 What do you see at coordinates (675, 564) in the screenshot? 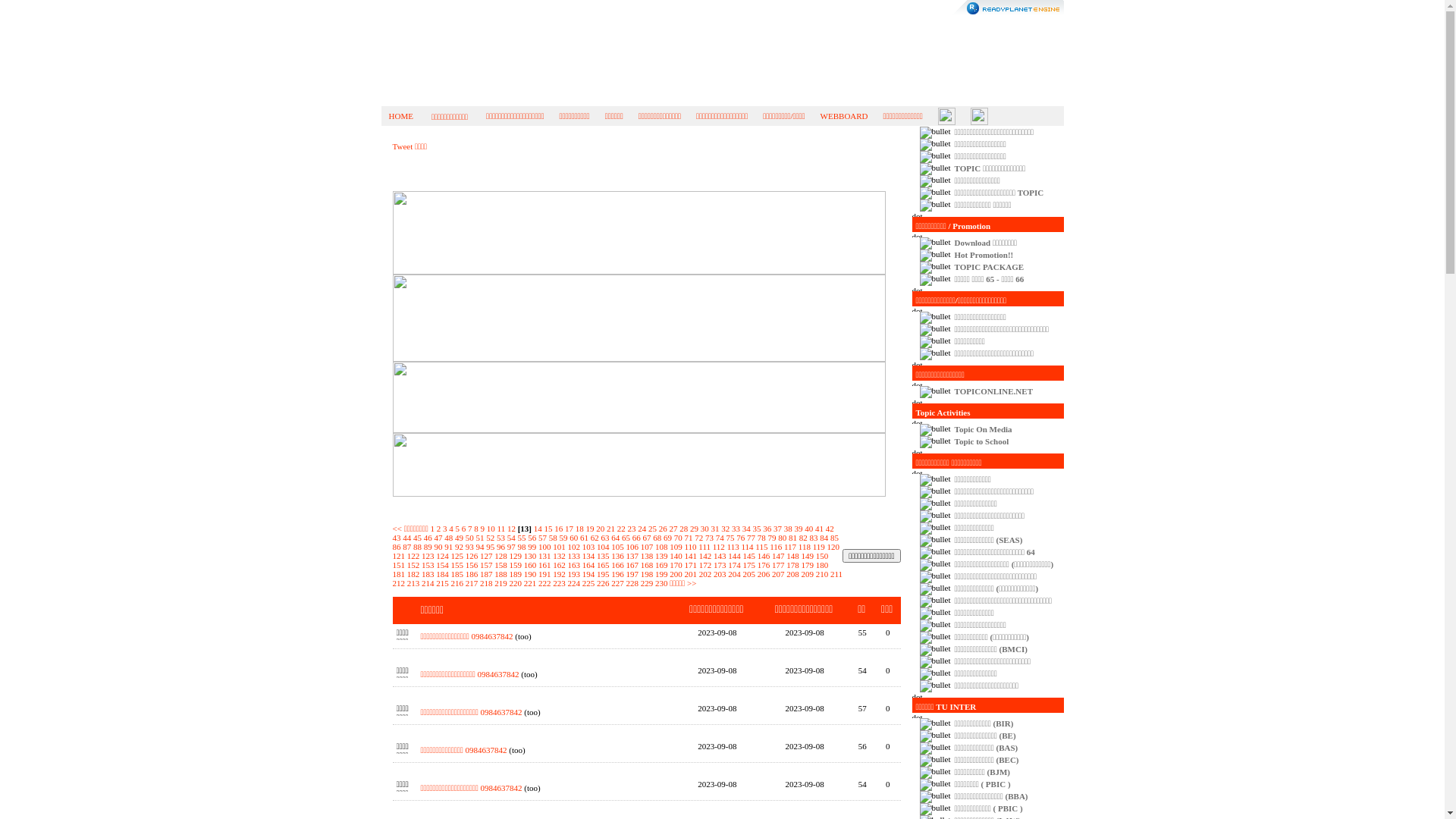
I see `'170'` at bounding box center [675, 564].